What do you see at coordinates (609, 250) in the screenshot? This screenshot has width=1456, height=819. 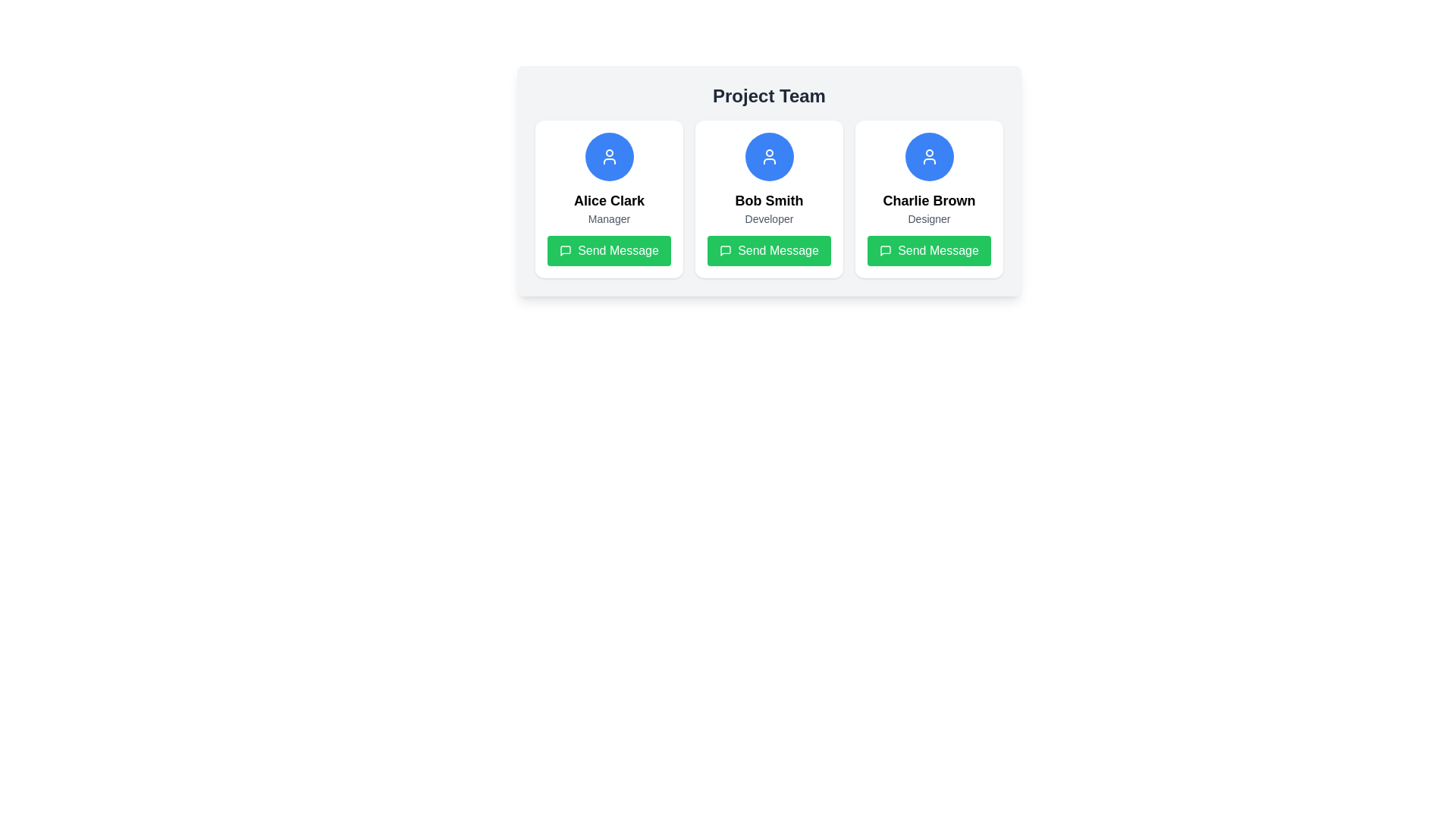 I see `the 'Send Message' button with a green background and white text below 'Alice Clark', the Manager, to send a message` at bounding box center [609, 250].